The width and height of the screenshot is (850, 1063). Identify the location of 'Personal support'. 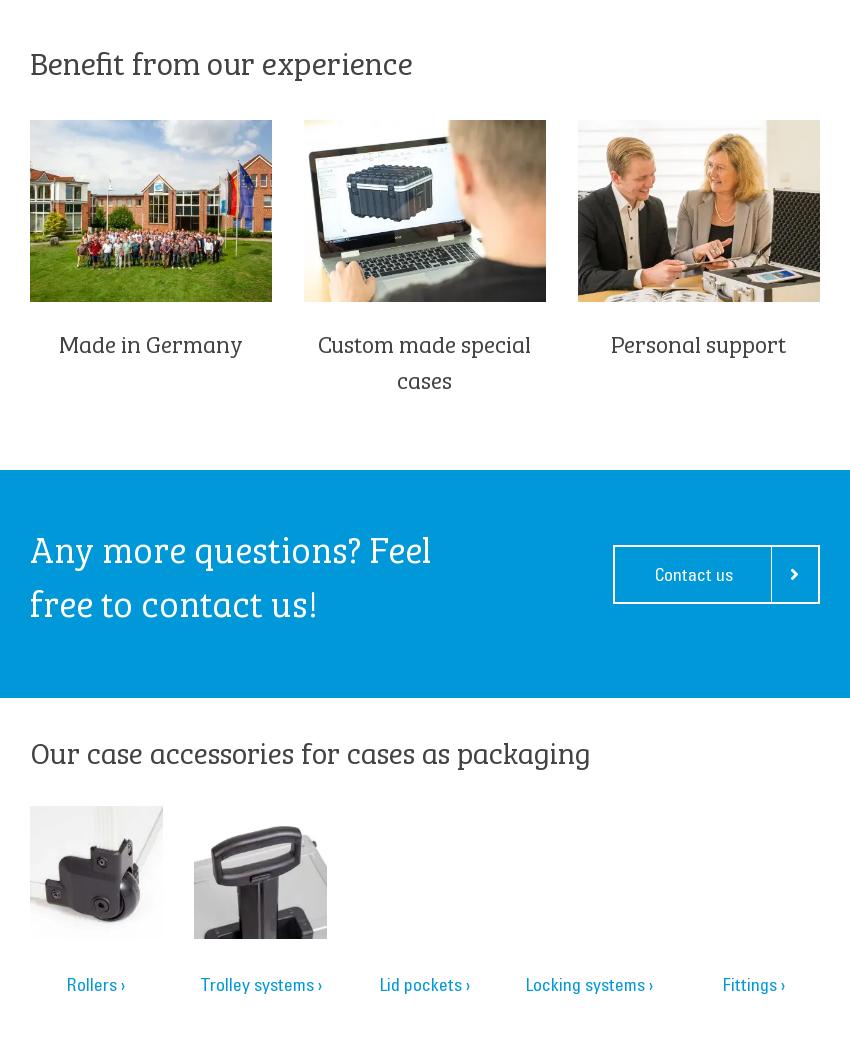
(697, 342).